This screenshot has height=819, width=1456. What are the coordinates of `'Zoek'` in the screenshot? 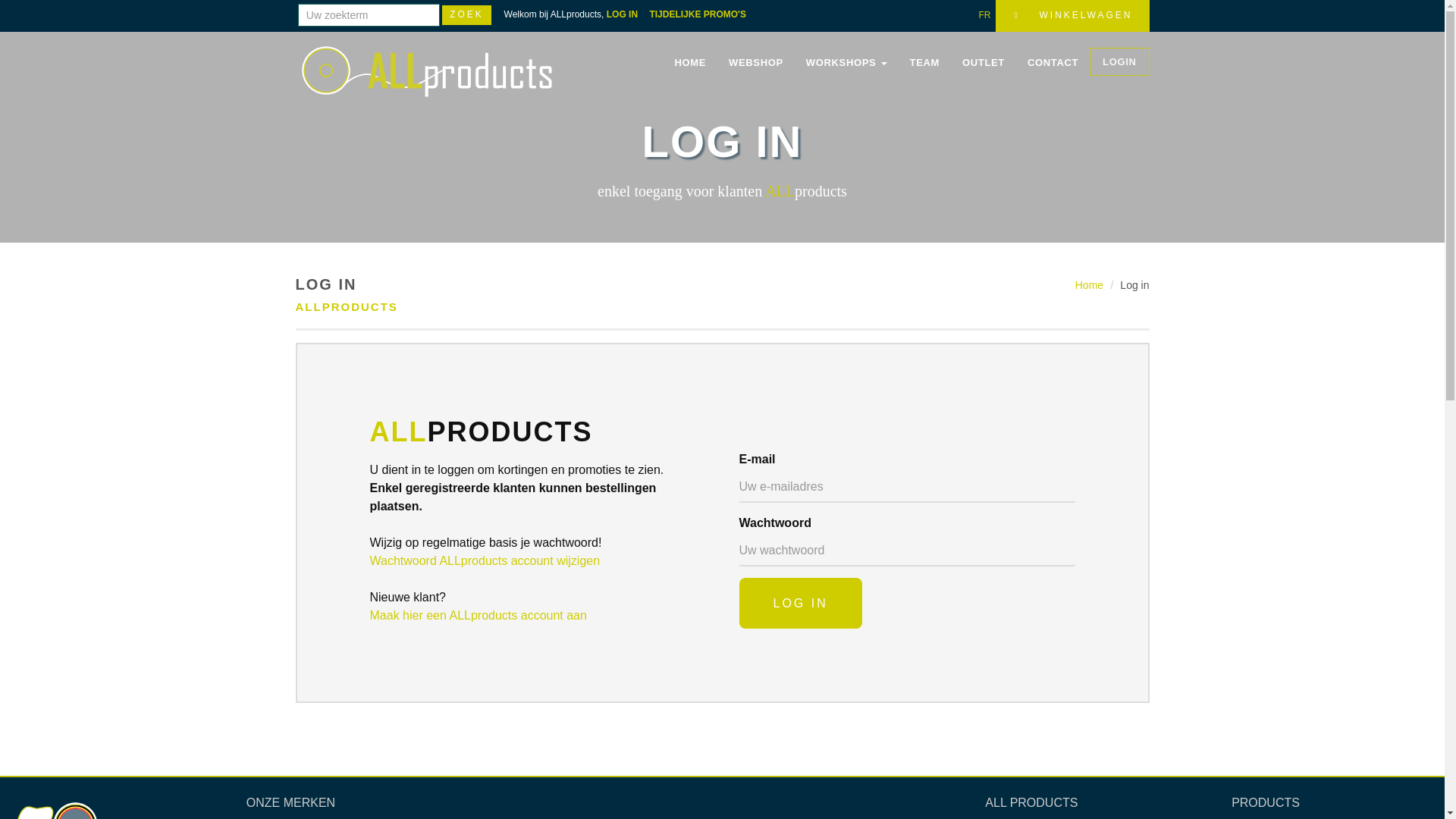 It's located at (466, 14).